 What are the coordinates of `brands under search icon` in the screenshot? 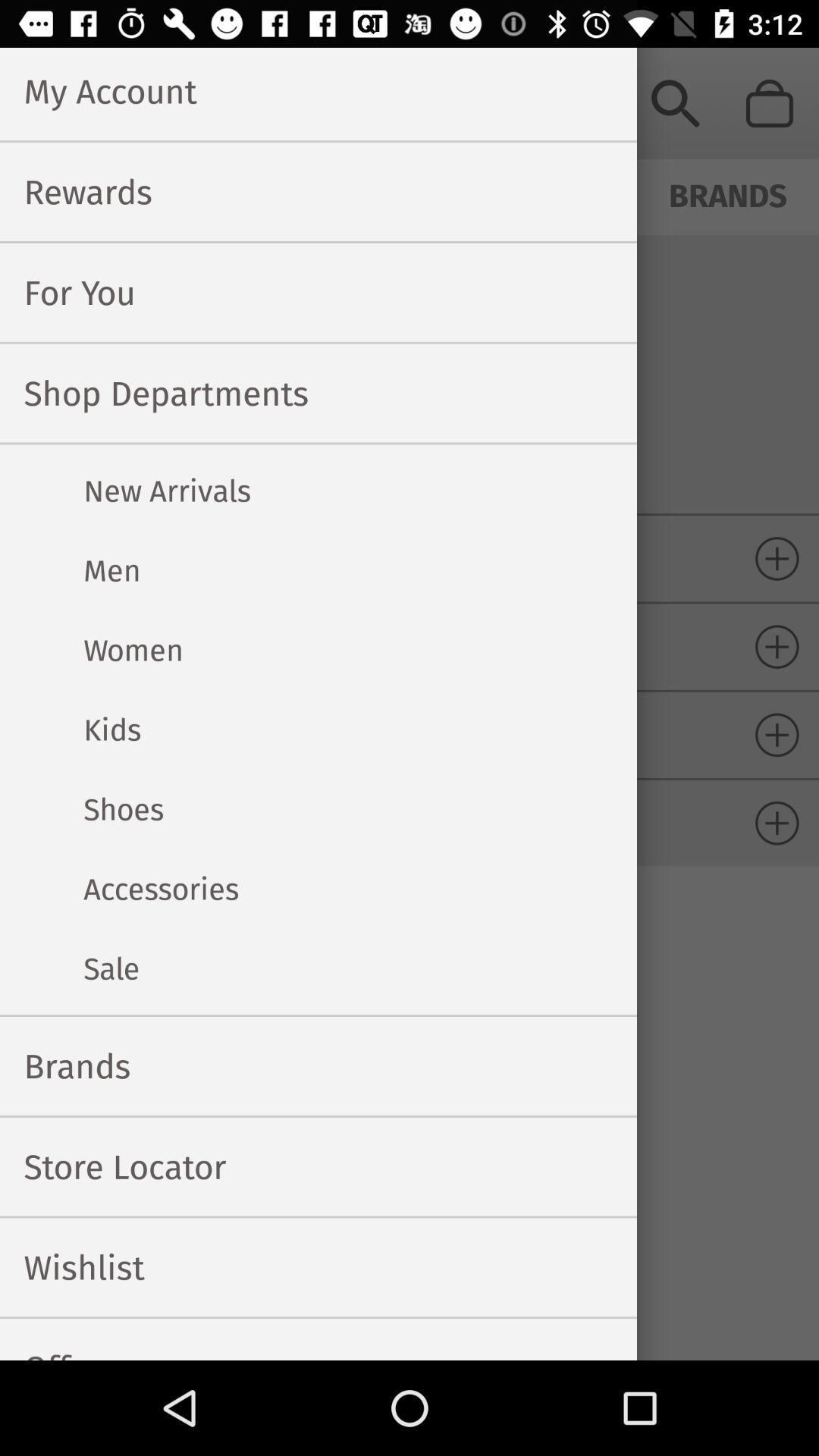 It's located at (727, 193).